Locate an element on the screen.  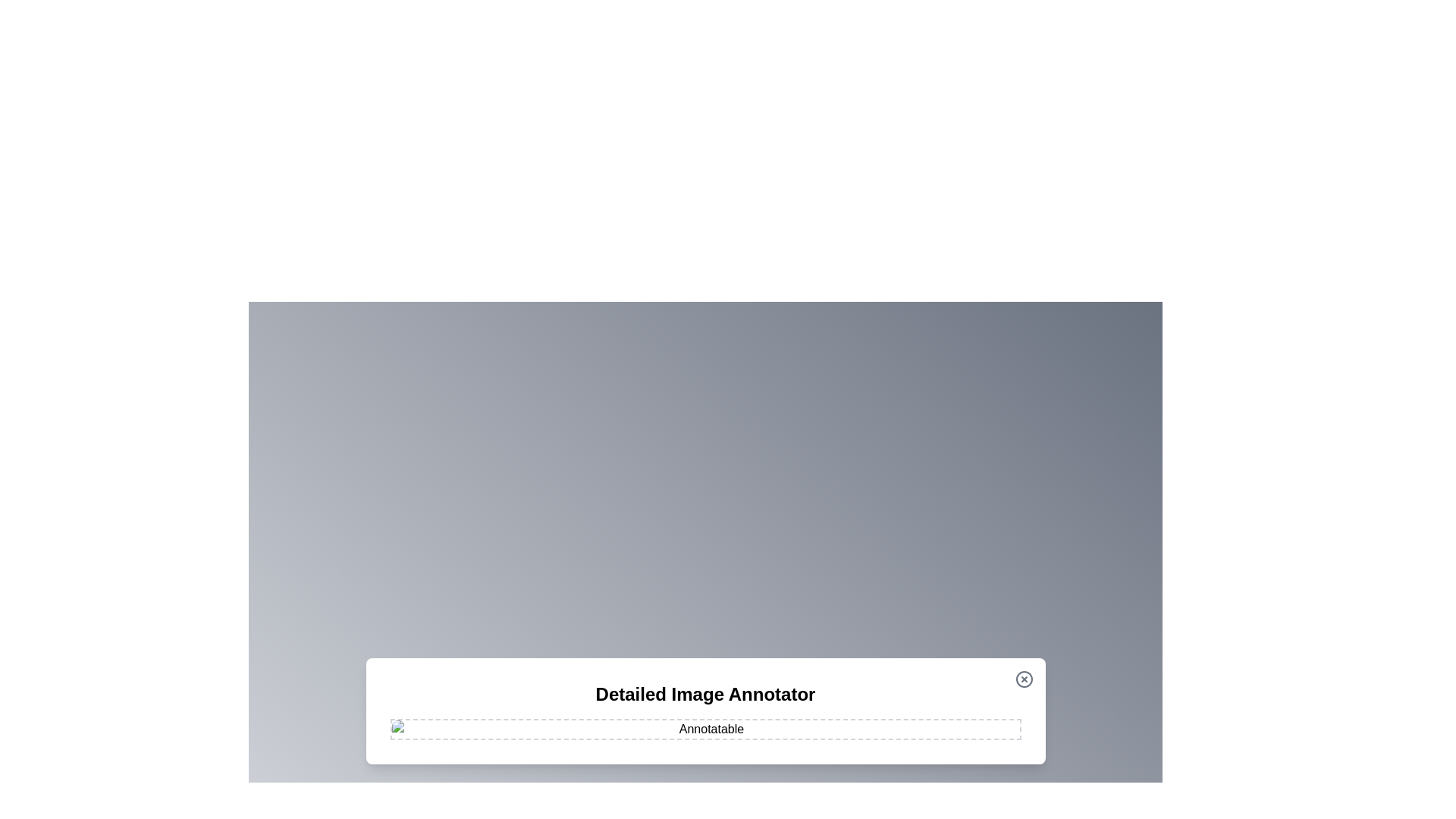
the image at coordinates (1106, 957) to add an annotation is located at coordinates (837, 724).